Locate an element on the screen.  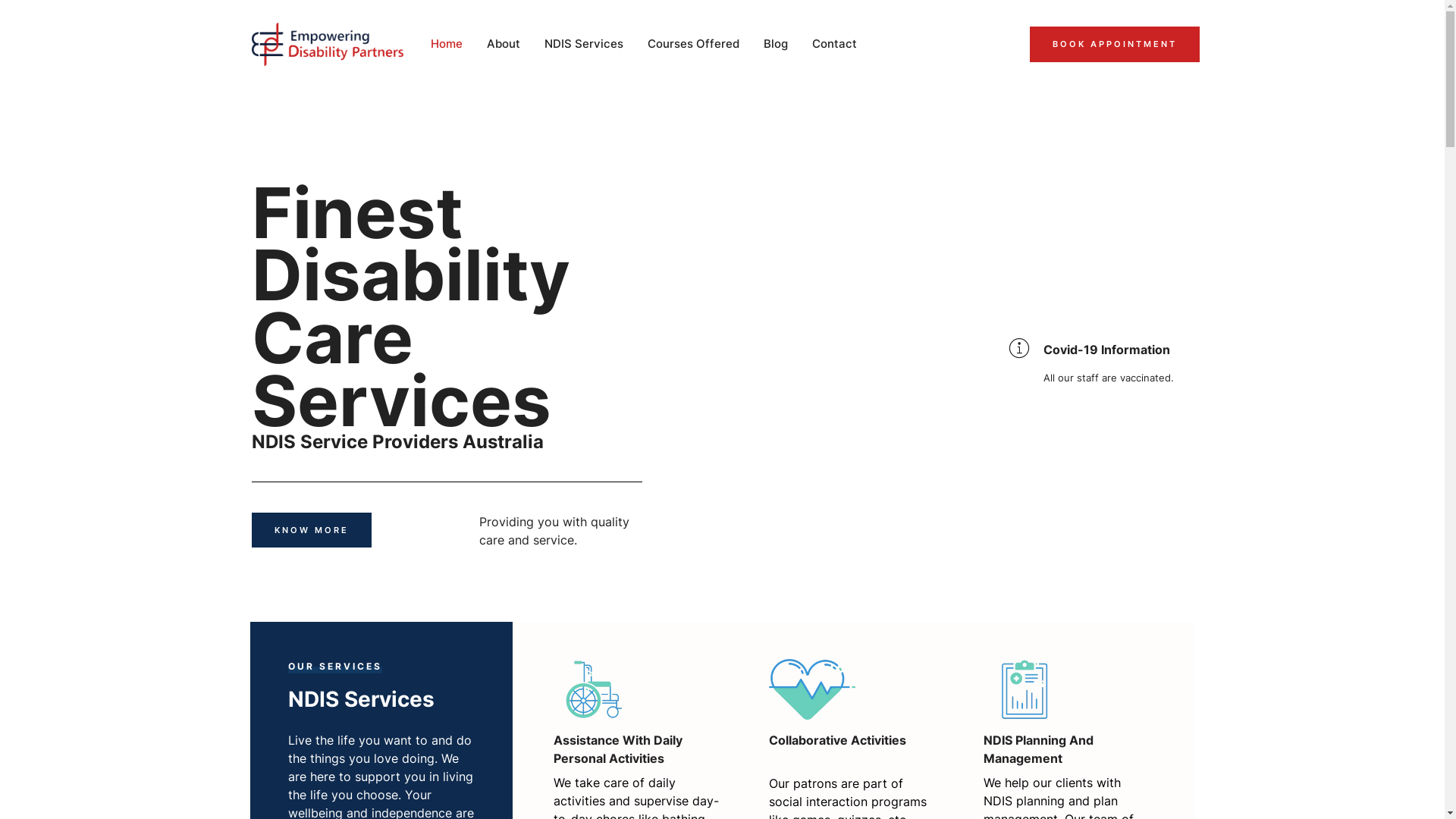
'Courses Offered' is located at coordinates (638, 43).